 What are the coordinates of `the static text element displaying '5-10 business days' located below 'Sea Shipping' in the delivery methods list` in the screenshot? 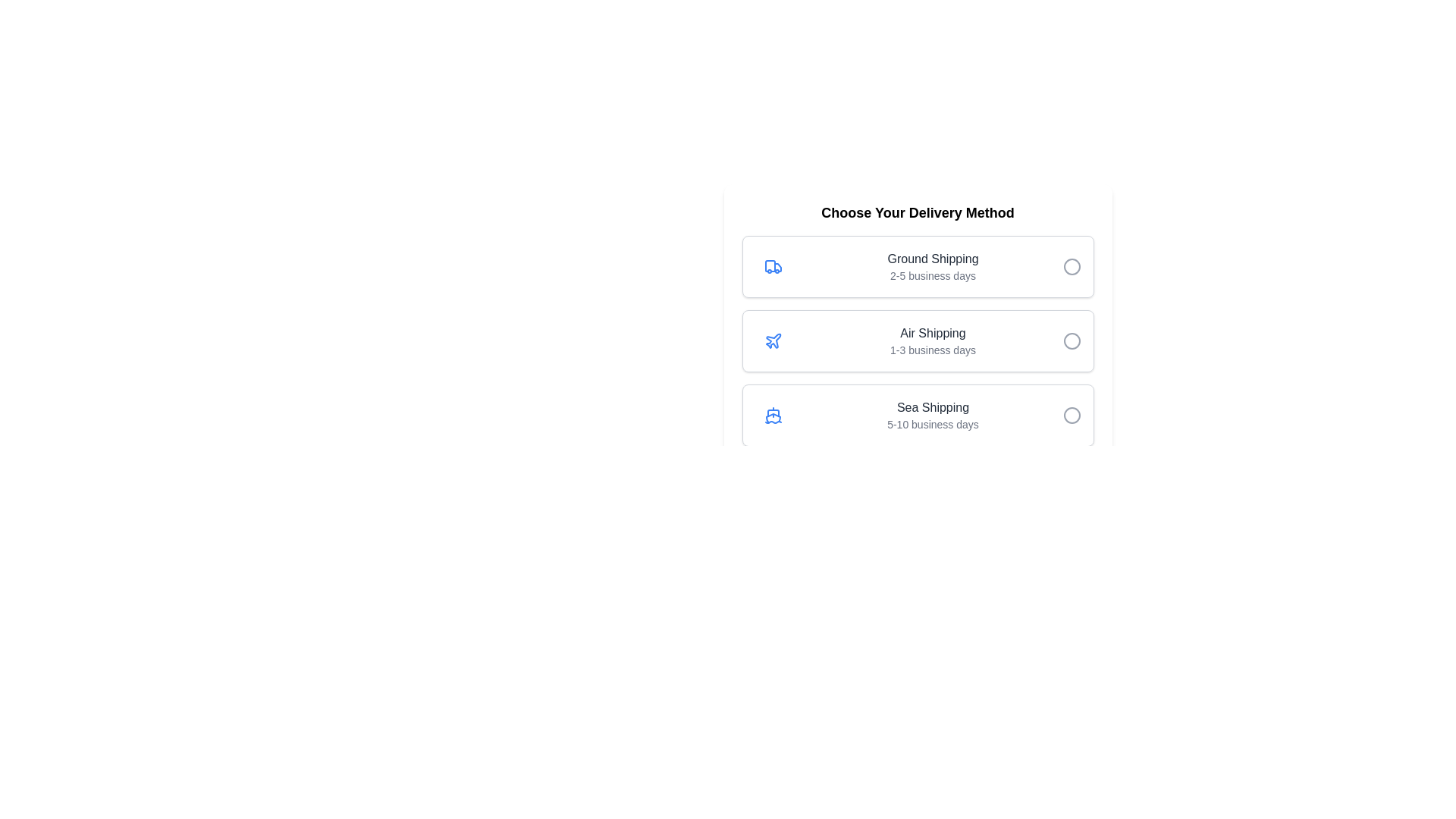 It's located at (932, 424).